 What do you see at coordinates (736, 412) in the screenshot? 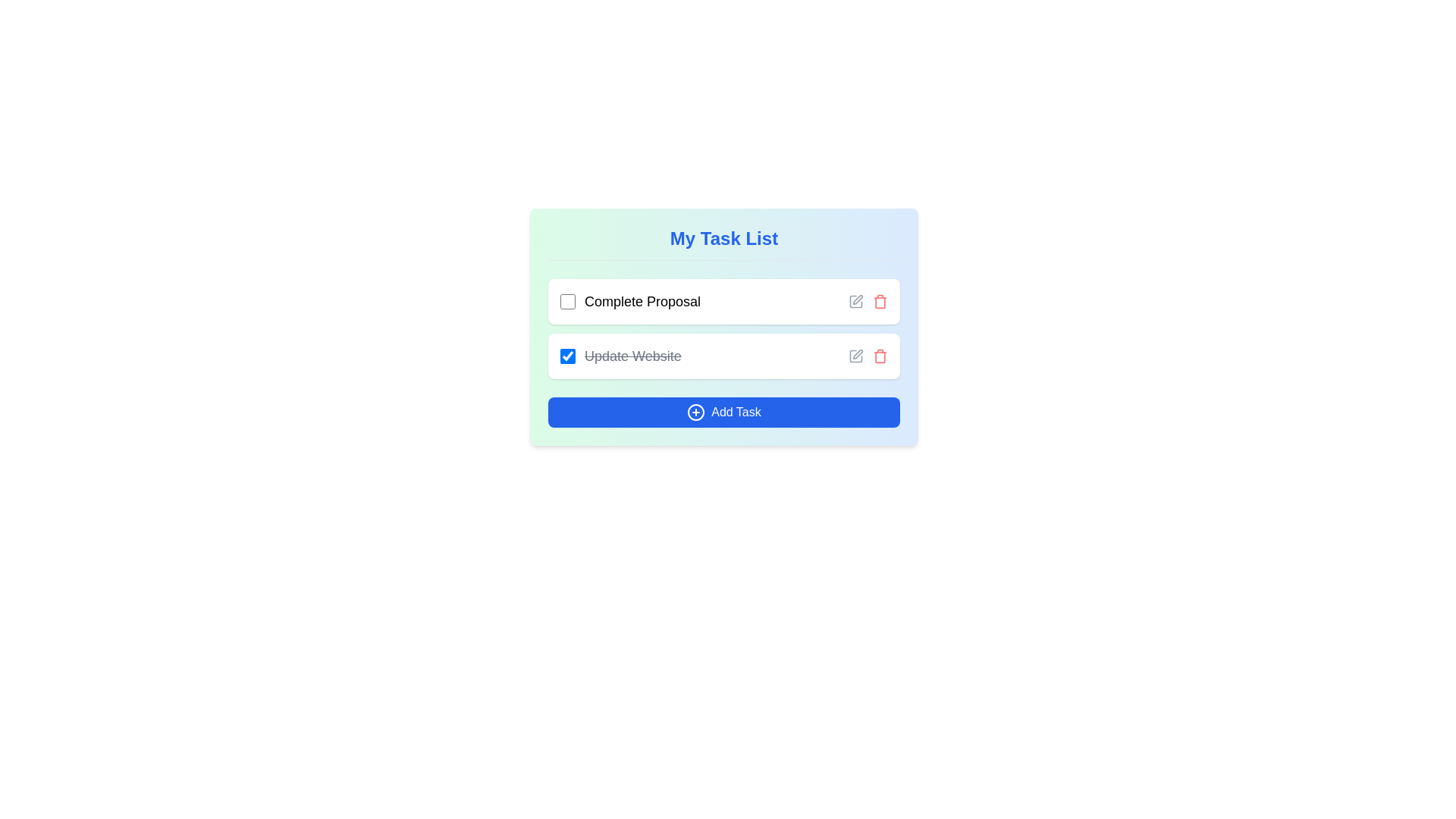
I see `the text label that indicates the function of the 'Add Task' button, which is located at the bottom of the task management interface, to the right of the plus icon` at bounding box center [736, 412].